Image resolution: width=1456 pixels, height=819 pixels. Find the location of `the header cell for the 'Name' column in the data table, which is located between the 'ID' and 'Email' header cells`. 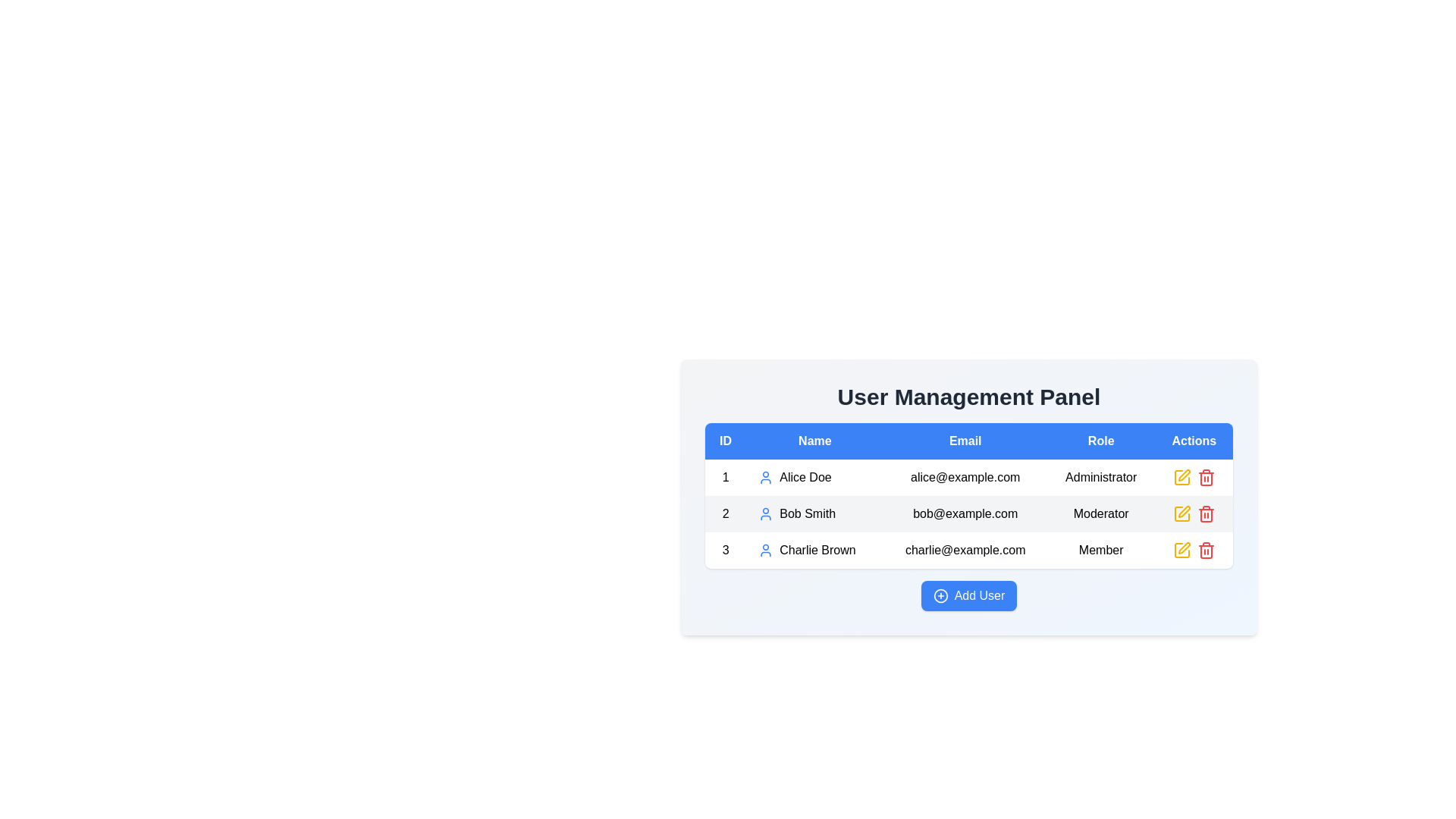

the header cell for the 'Name' column in the data table, which is located between the 'ID' and 'Email' header cells is located at coordinates (814, 441).